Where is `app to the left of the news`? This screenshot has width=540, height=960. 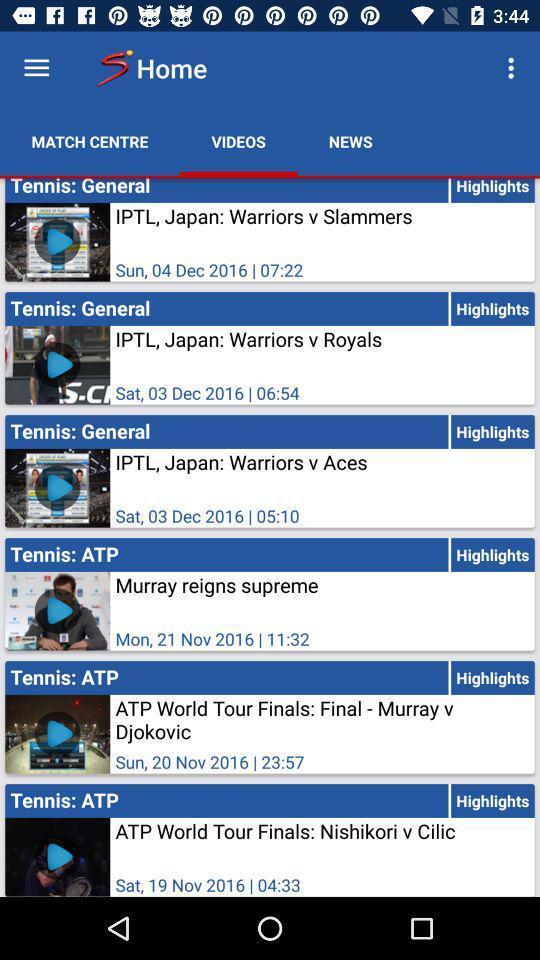
app to the left of the news is located at coordinates (238, 140).